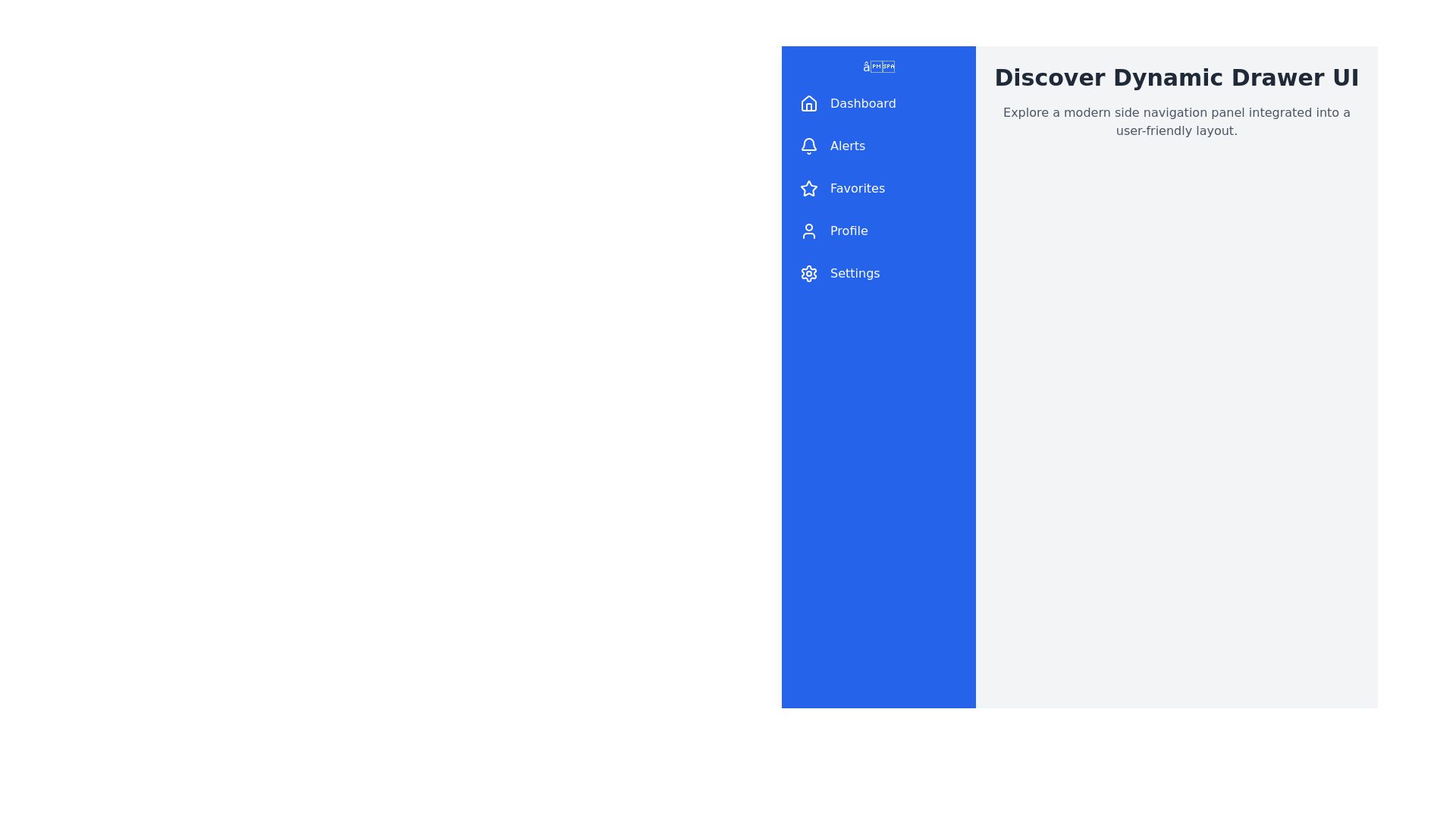 Image resolution: width=1456 pixels, height=819 pixels. I want to click on the 'Alerts' text element located in the blue sidebar, which serves as a navigation link, so click(847, 146).